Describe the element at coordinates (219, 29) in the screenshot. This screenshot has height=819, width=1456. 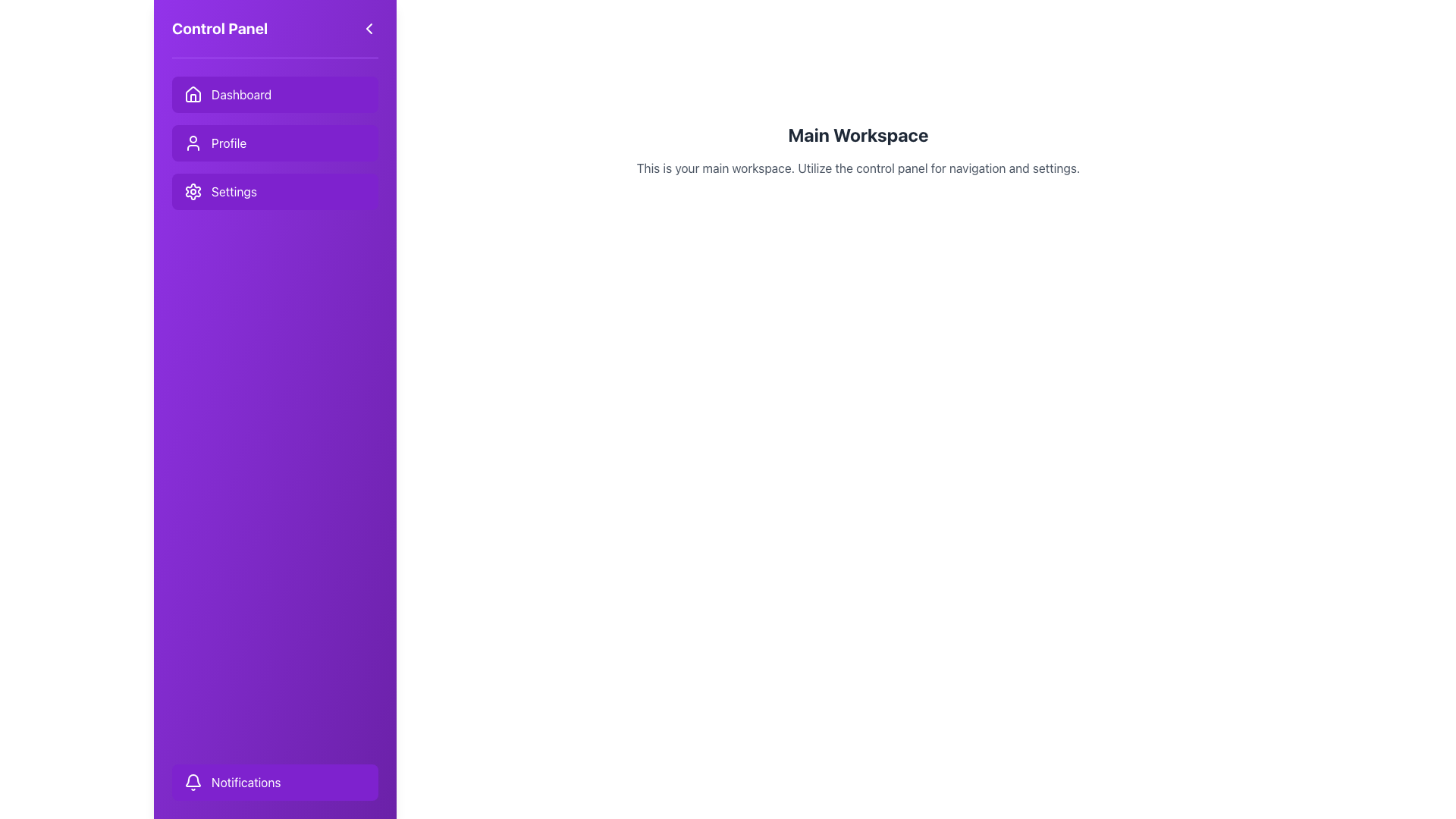
I see `the bold 'Control Panel' heading text element, which is styled with 'text-xl font-bold' and colored white on a purple background, located at the top left corner of the sidebar` at that location.